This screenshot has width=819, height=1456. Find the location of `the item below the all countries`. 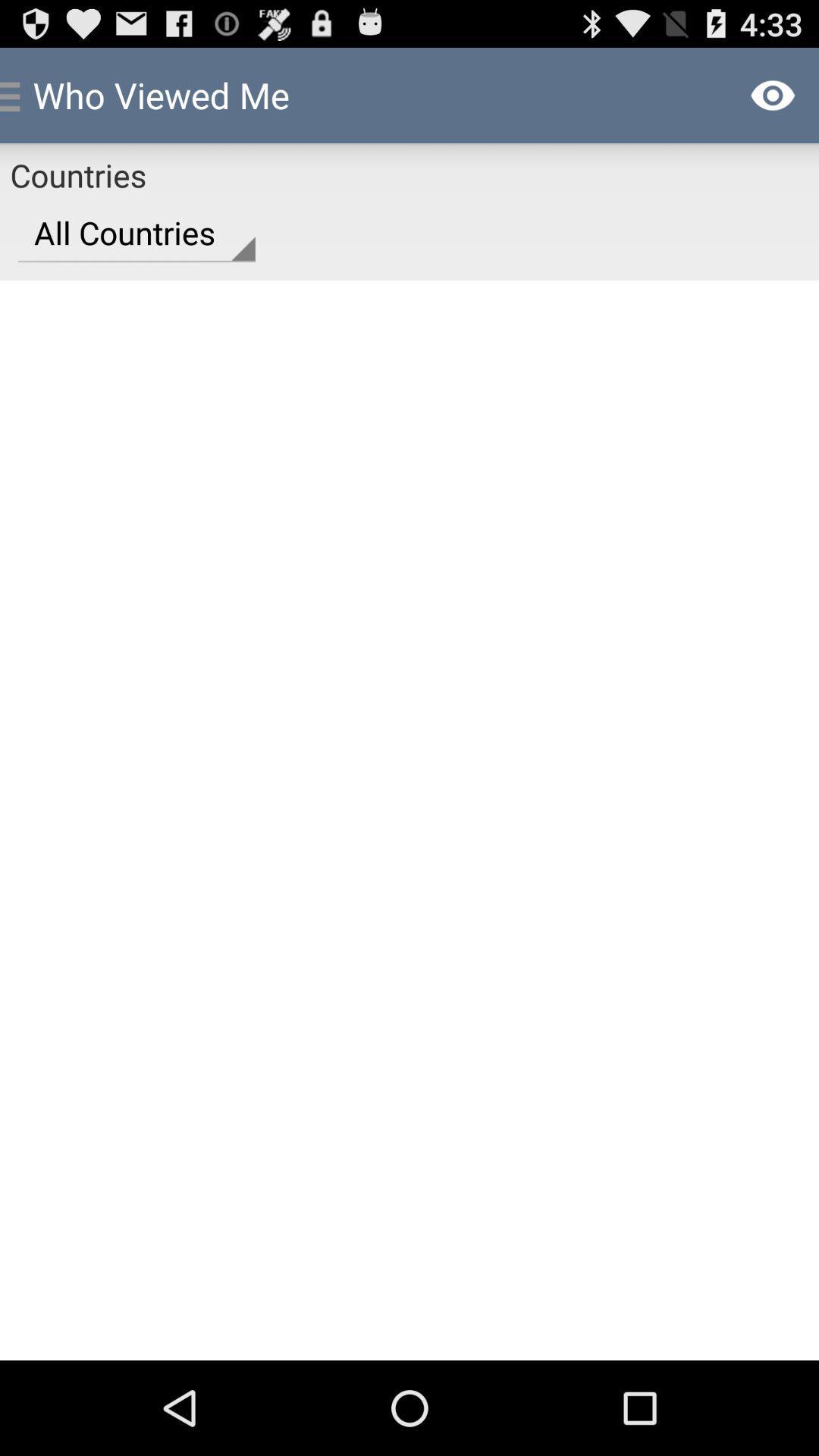

the item below the all countries is located at coordinates (409, 819).